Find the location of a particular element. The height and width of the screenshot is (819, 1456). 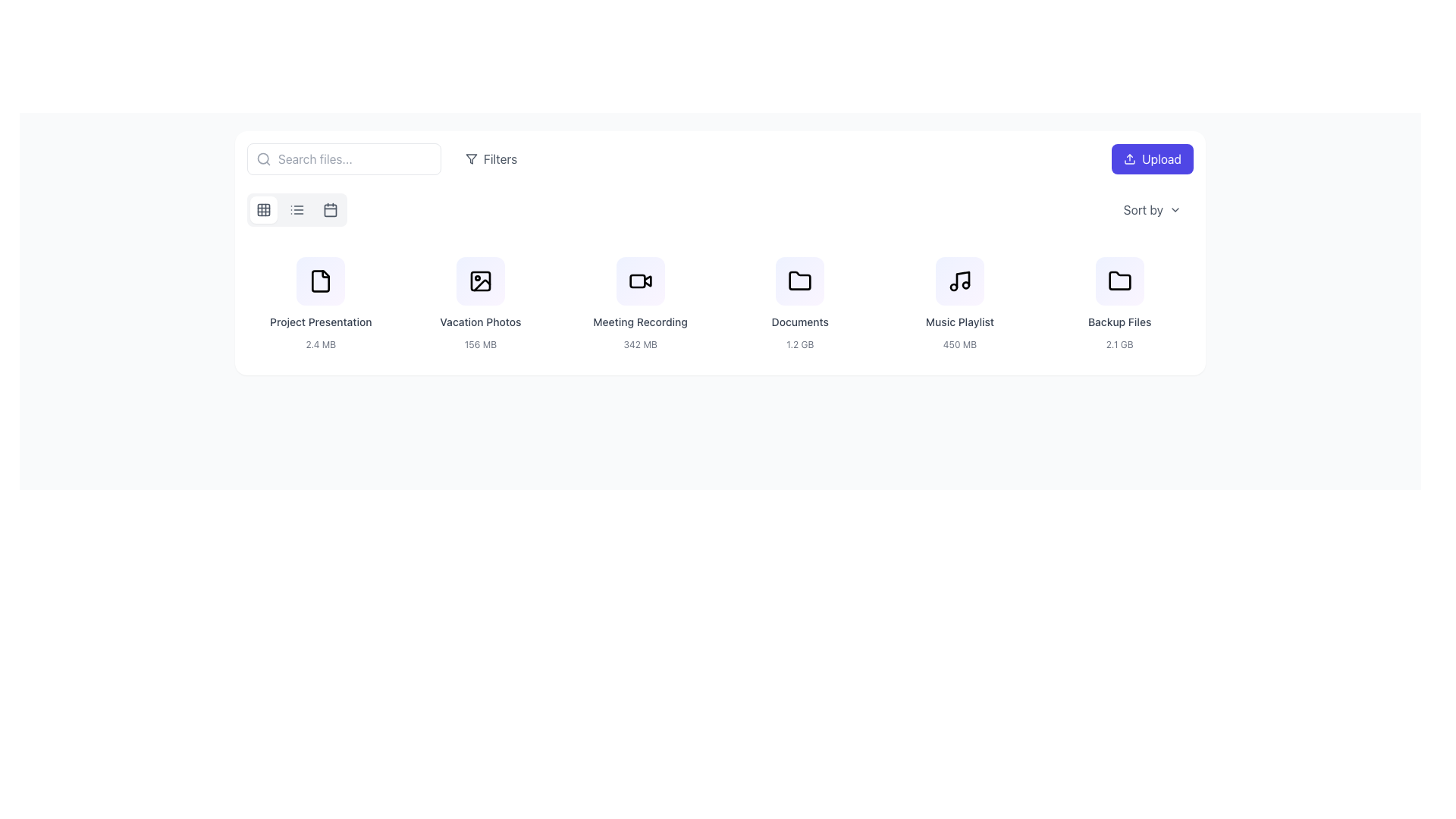

the Informational card displaying 'Vacation Photos' with size '156 MB', which is the second card in the grid layout is located at coordinates (479, 304).